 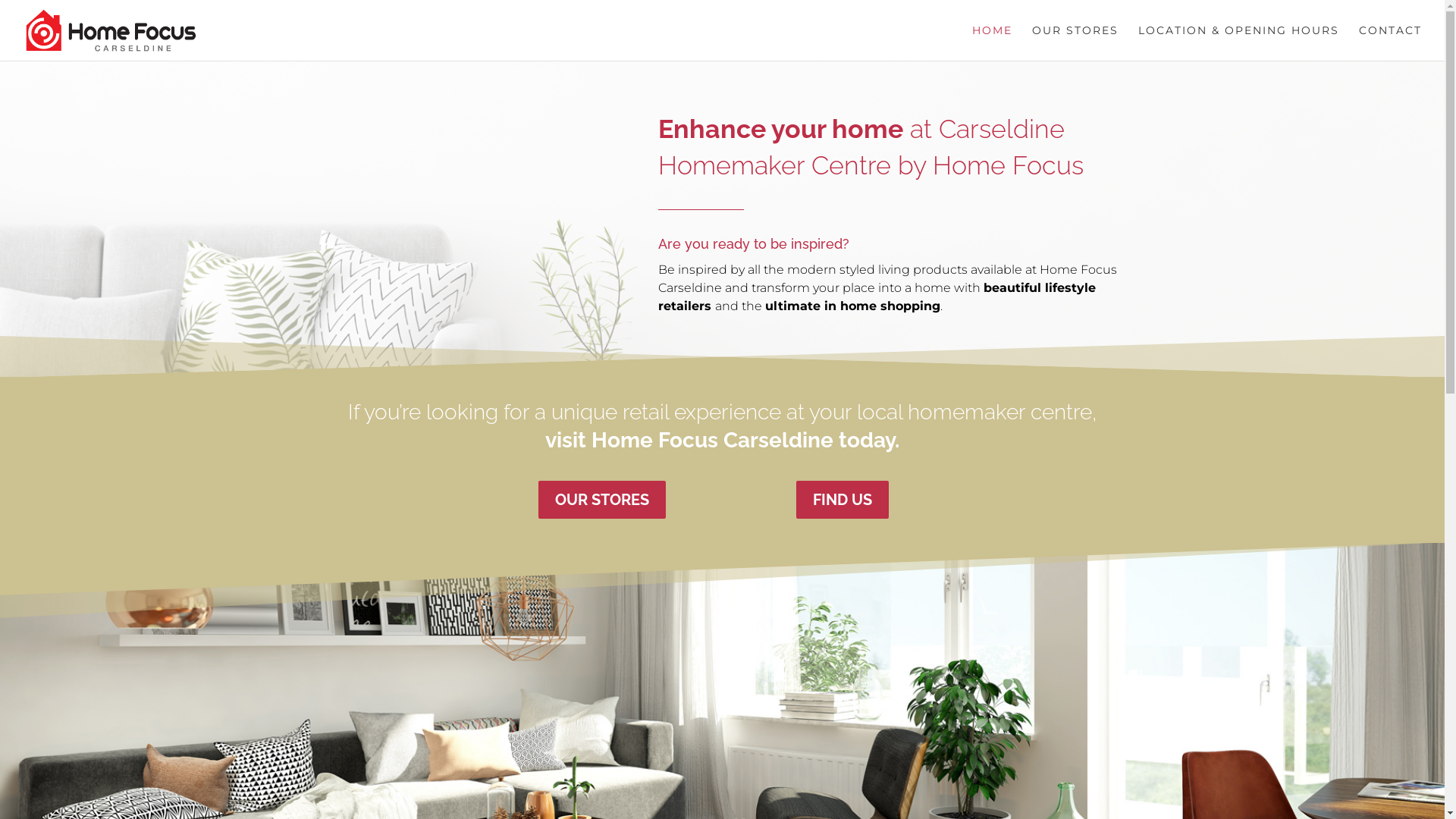 What do you see at coordinates (601, 500) in the screenshot?
I see `'OUR STORES'` at bounding box center [601, 500].